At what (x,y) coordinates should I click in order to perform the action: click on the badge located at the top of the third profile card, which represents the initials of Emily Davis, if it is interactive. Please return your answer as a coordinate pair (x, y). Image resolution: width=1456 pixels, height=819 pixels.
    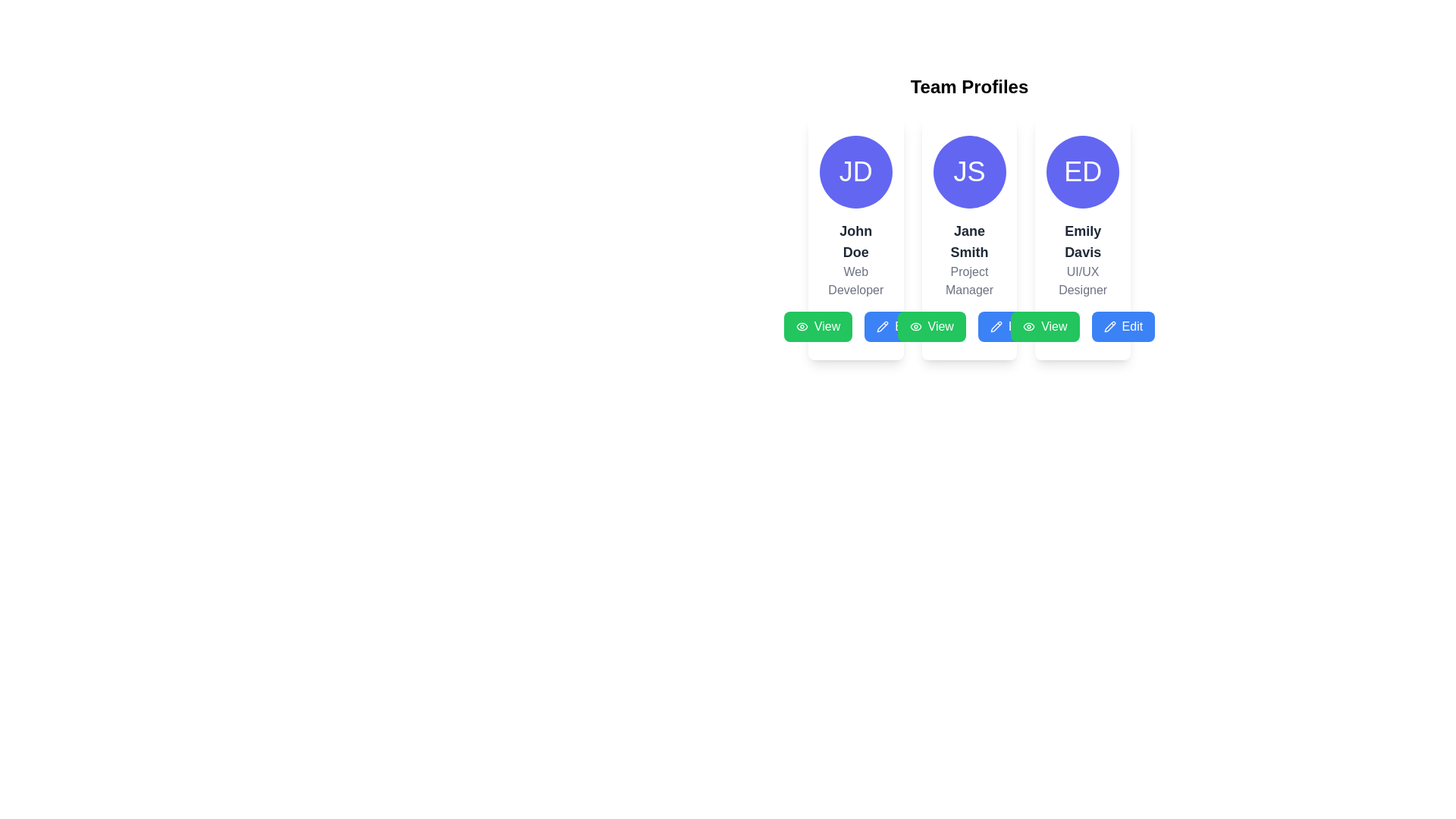
    Looking at the image, I should click on (1082, 171).